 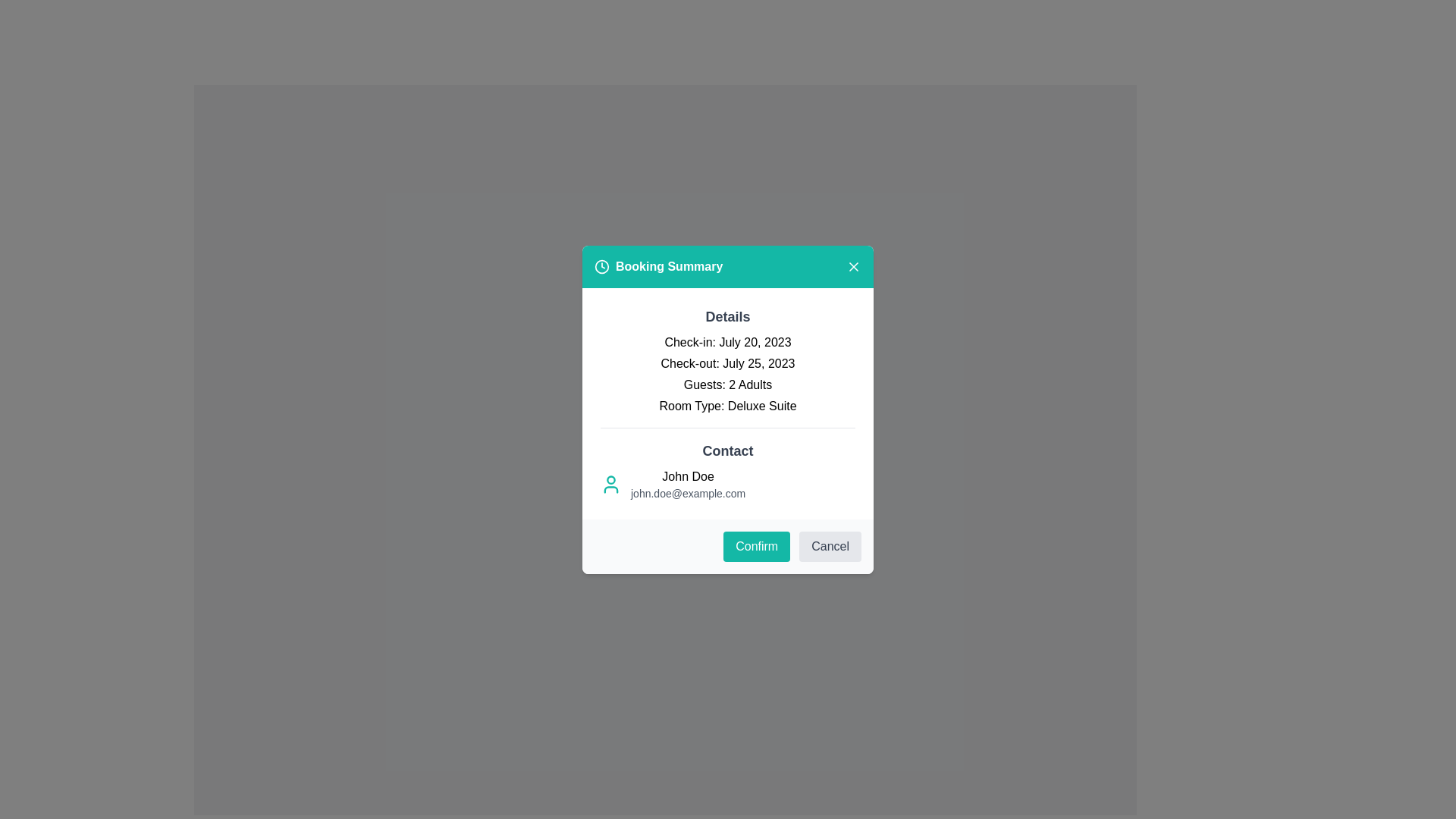 What do you see at coordinates (728, 405) in the screenshot?
I see `the static text element displaying 'Room Type: Deluxe Suite' which is positioned below 'Guests: 2 Adults' in the booking summary` at bounding box center [728, 405].